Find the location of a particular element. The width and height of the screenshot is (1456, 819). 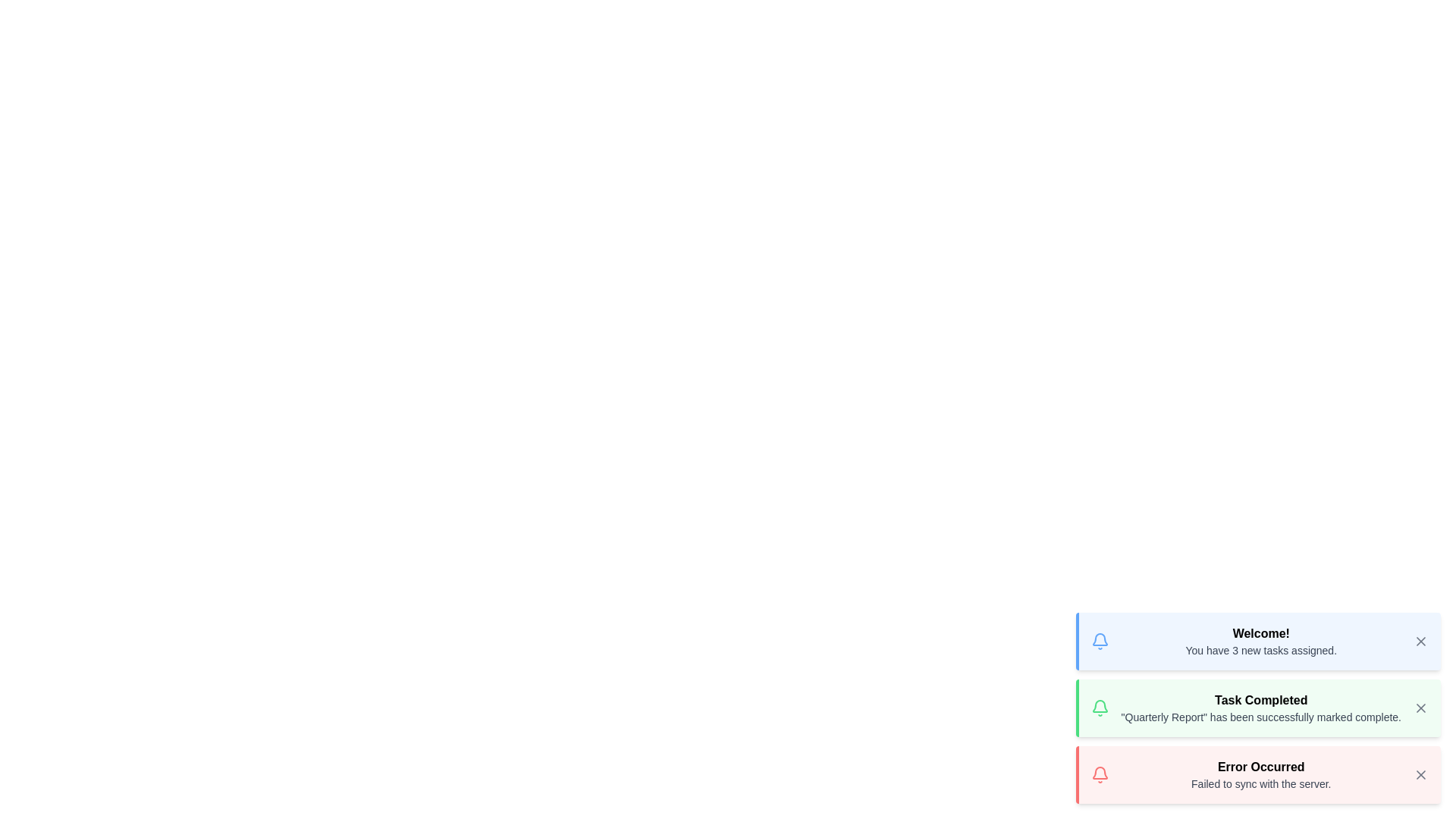

the 'X' close button located at the top-right corner of the 'Error Occurred' notification panel is located at coordinates (1420, 775).